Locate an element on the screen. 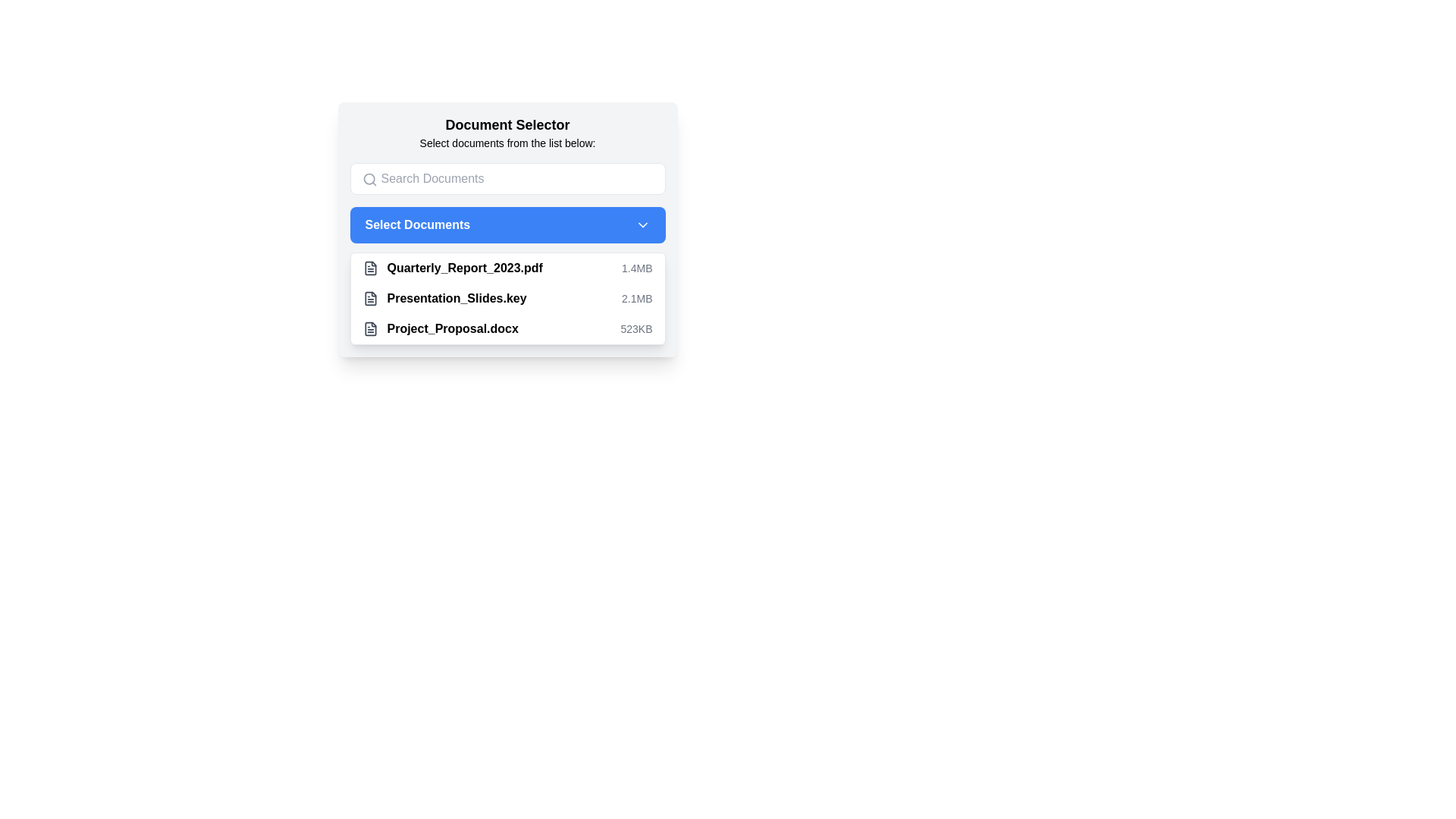  the third list item in the file selector is located at coordinates (507, 328).